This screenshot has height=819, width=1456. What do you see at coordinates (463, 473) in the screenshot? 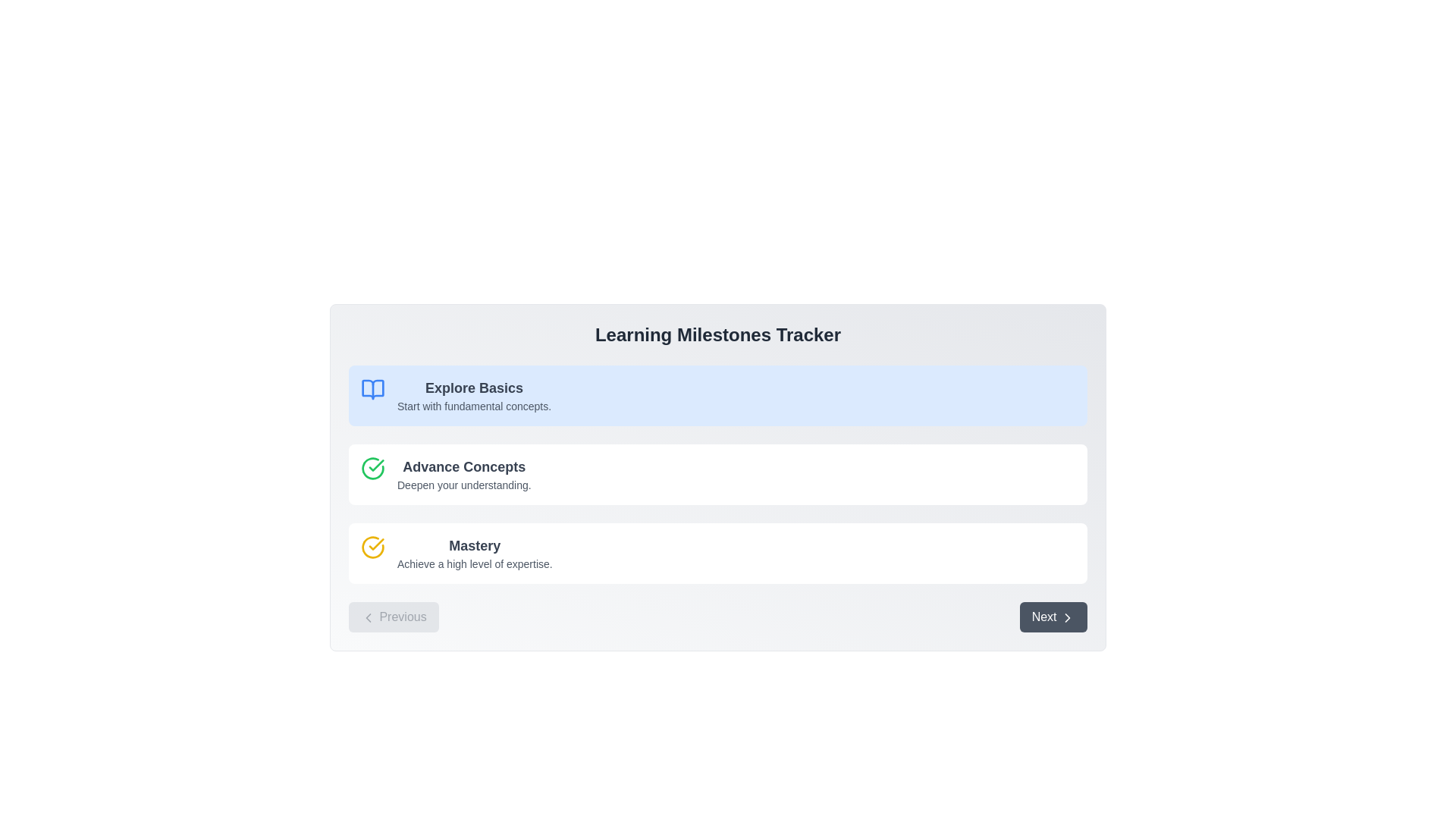
I see `text content of the Text block with a title and subtitle combo that indicates a learning milestone, positioned between the 'Explore Basics' and 'Mastery' boxes` at bounding box center [463, 473].